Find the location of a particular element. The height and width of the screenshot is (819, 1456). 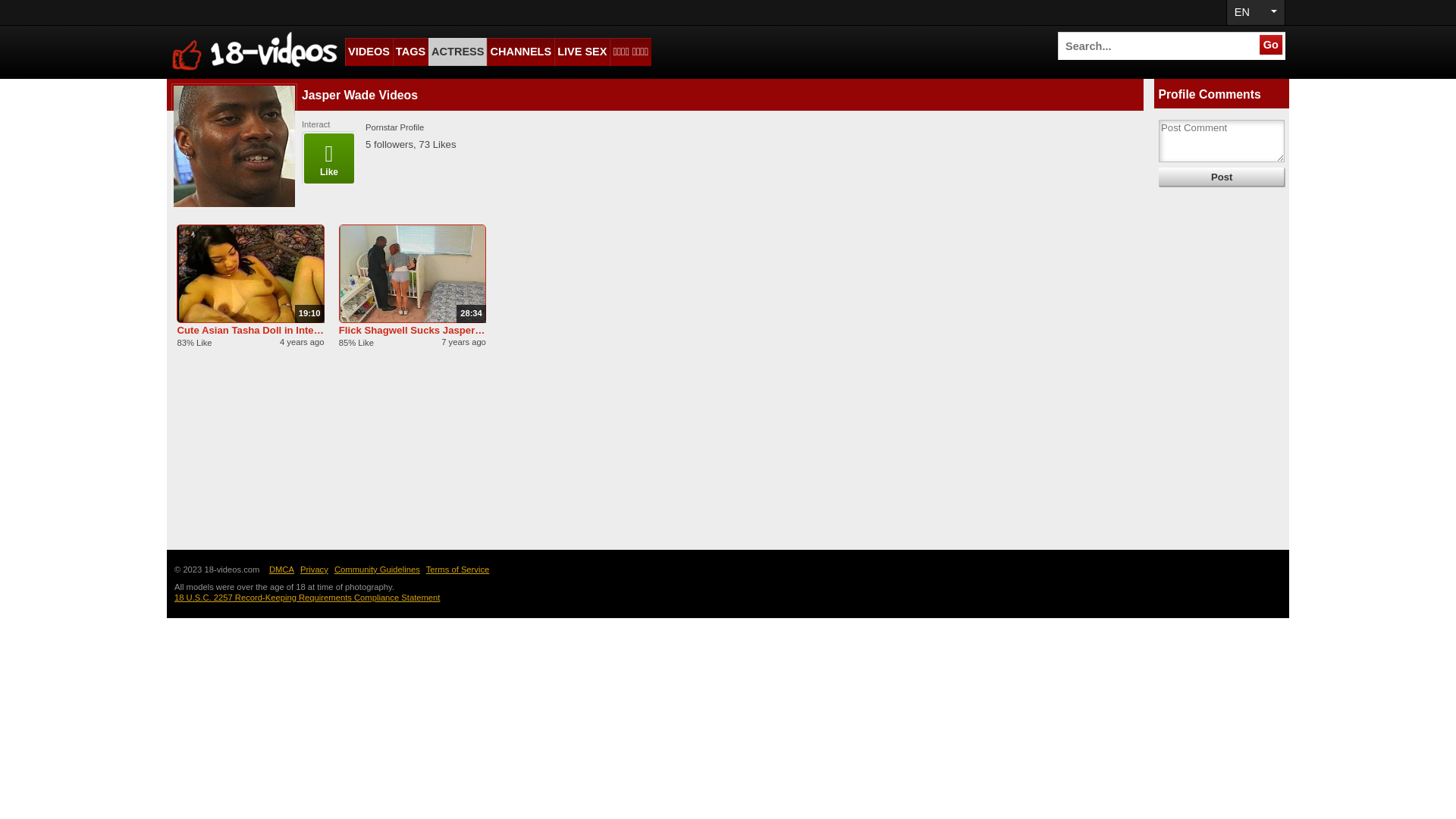

'VIDEOS' is located at coordinates (344, 51).